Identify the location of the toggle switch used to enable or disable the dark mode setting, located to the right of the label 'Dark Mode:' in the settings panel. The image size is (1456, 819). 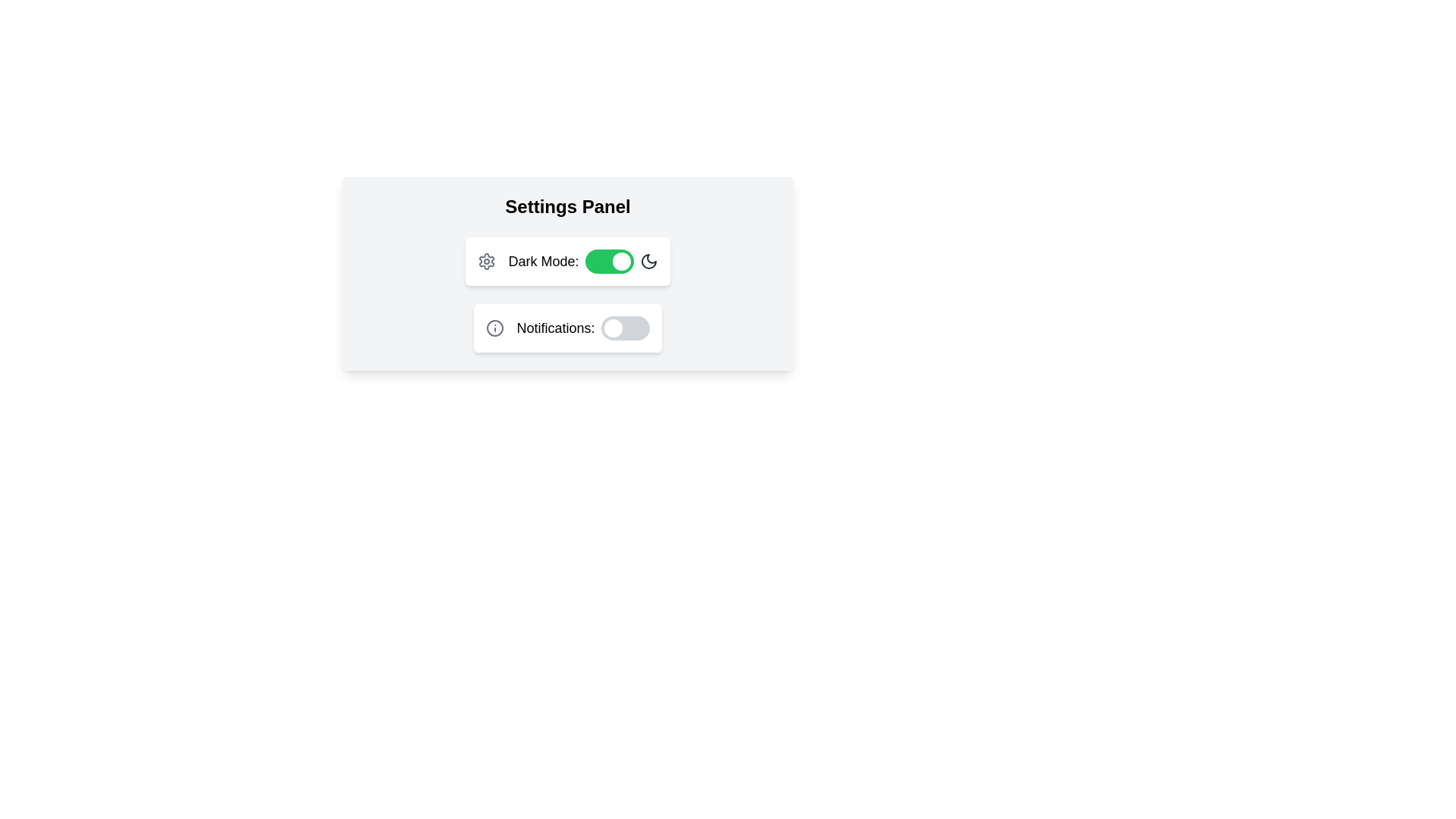
(609, 260).